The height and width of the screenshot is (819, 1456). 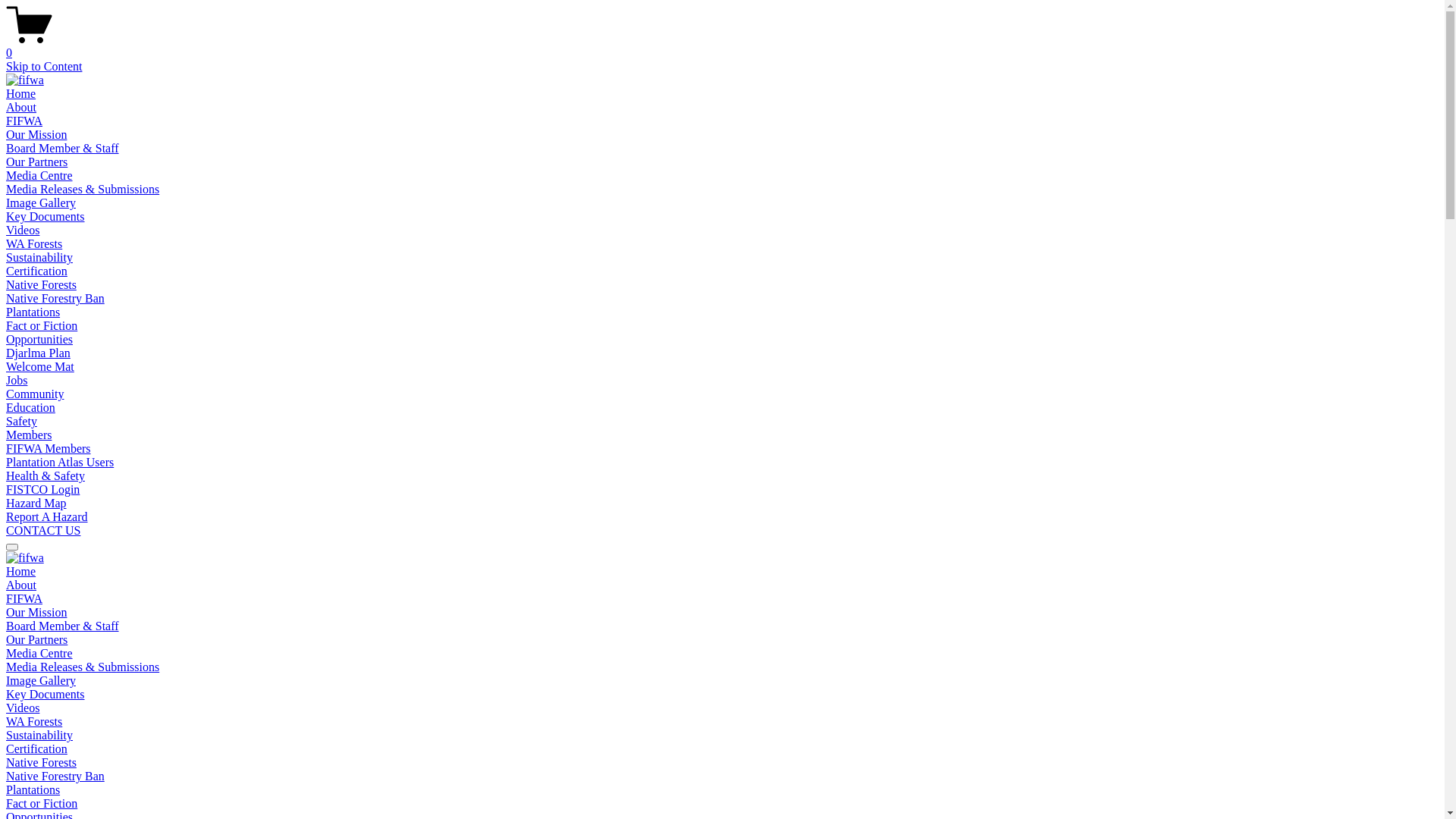 I want to click on 'Our Partners', so click(x=6, y=162).